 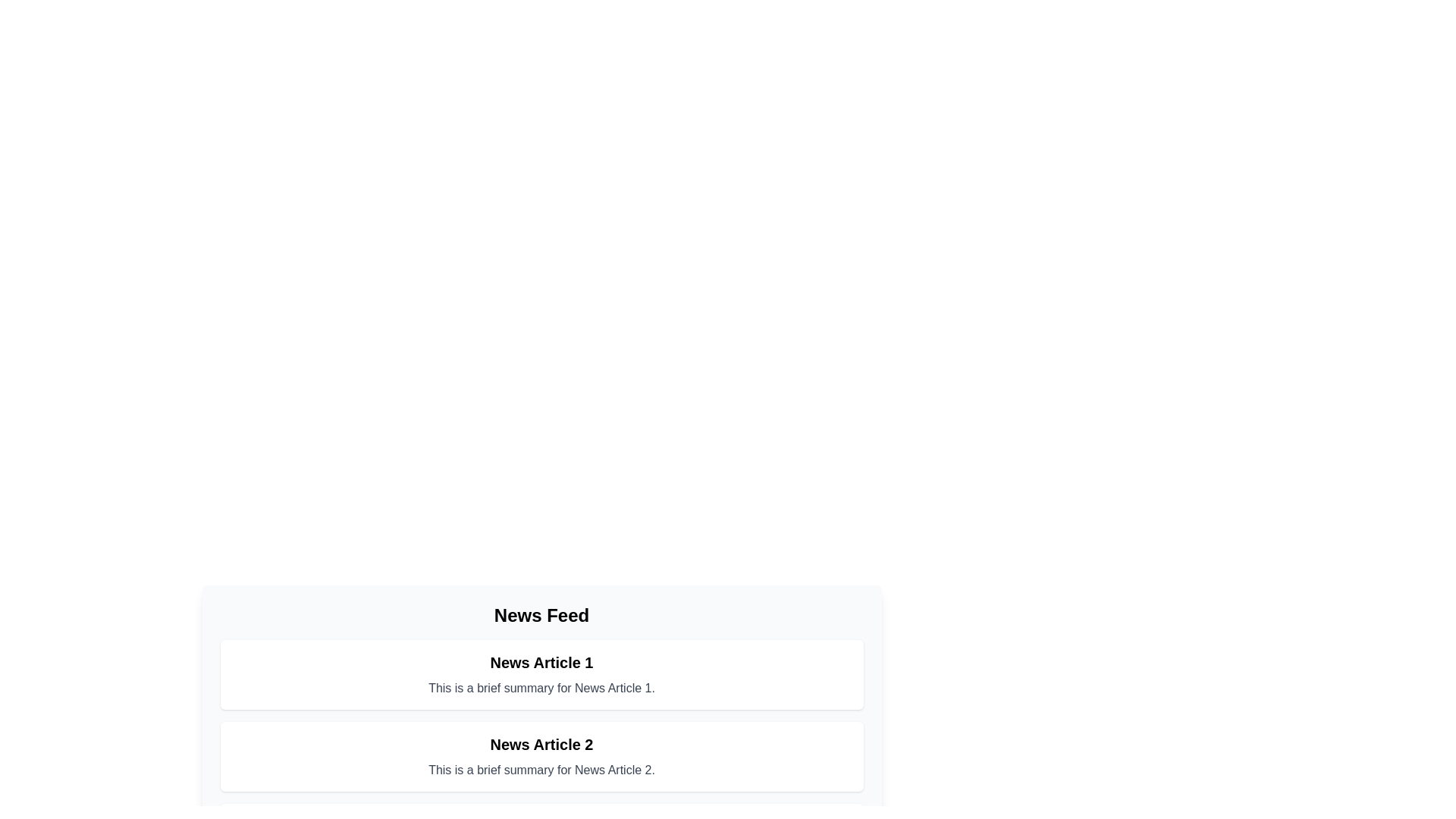 What do you see at coordinates (541, 744) in the screenshot?
I see `the heading text label 'News Article 2' located in the second content block of the news feed section, which is styled with a bold and larger font size` at bounding box center [541, 744].